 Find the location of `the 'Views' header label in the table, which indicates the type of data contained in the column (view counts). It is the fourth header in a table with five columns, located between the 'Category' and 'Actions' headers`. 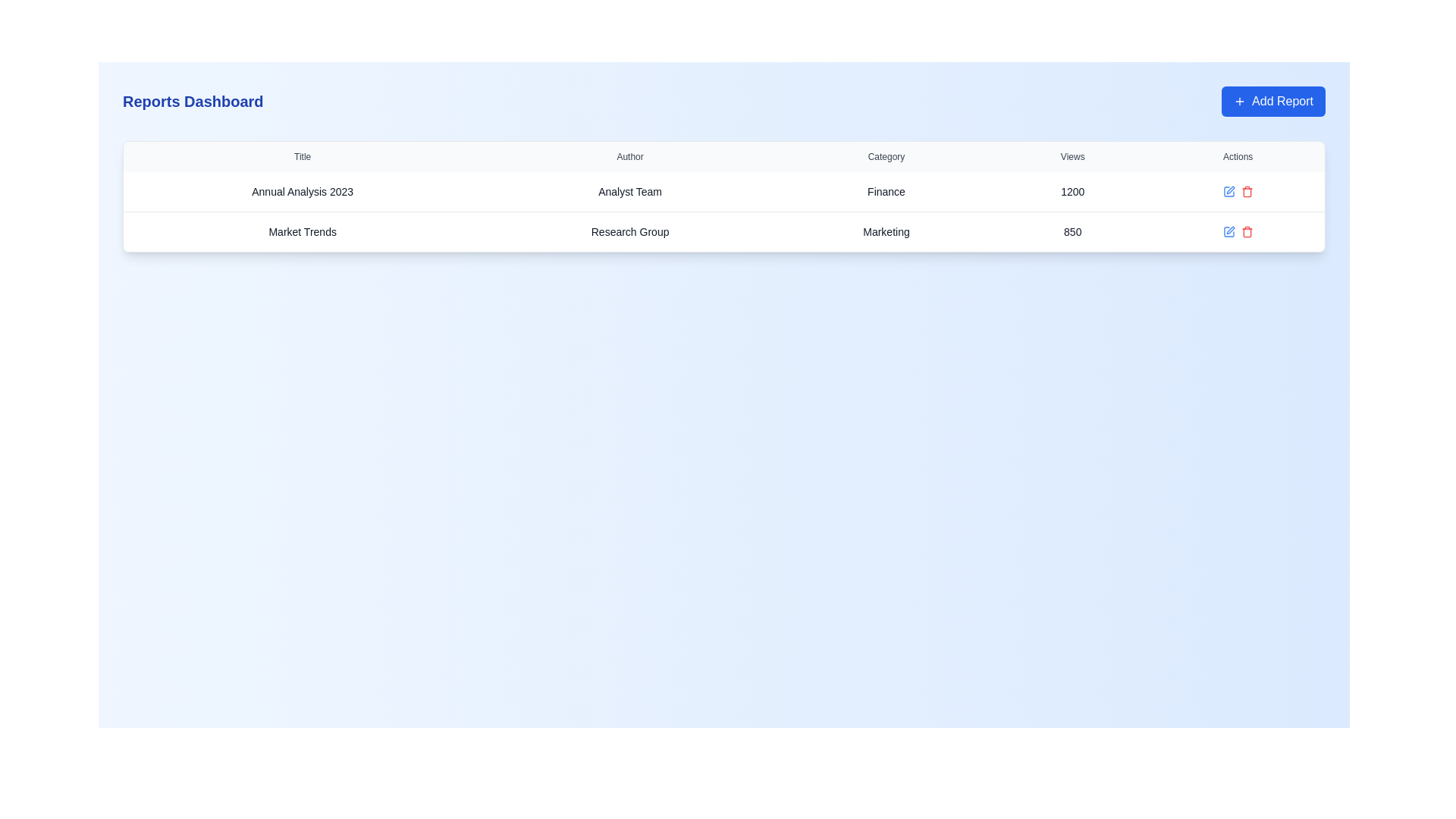

the 'Views' header label in the table, which indicates the type of data contained in the column (view counts). It is the fourth header in a table with five columns, located between the 'Category' and 'Actions' headers is located at coordinates (1072, 157).